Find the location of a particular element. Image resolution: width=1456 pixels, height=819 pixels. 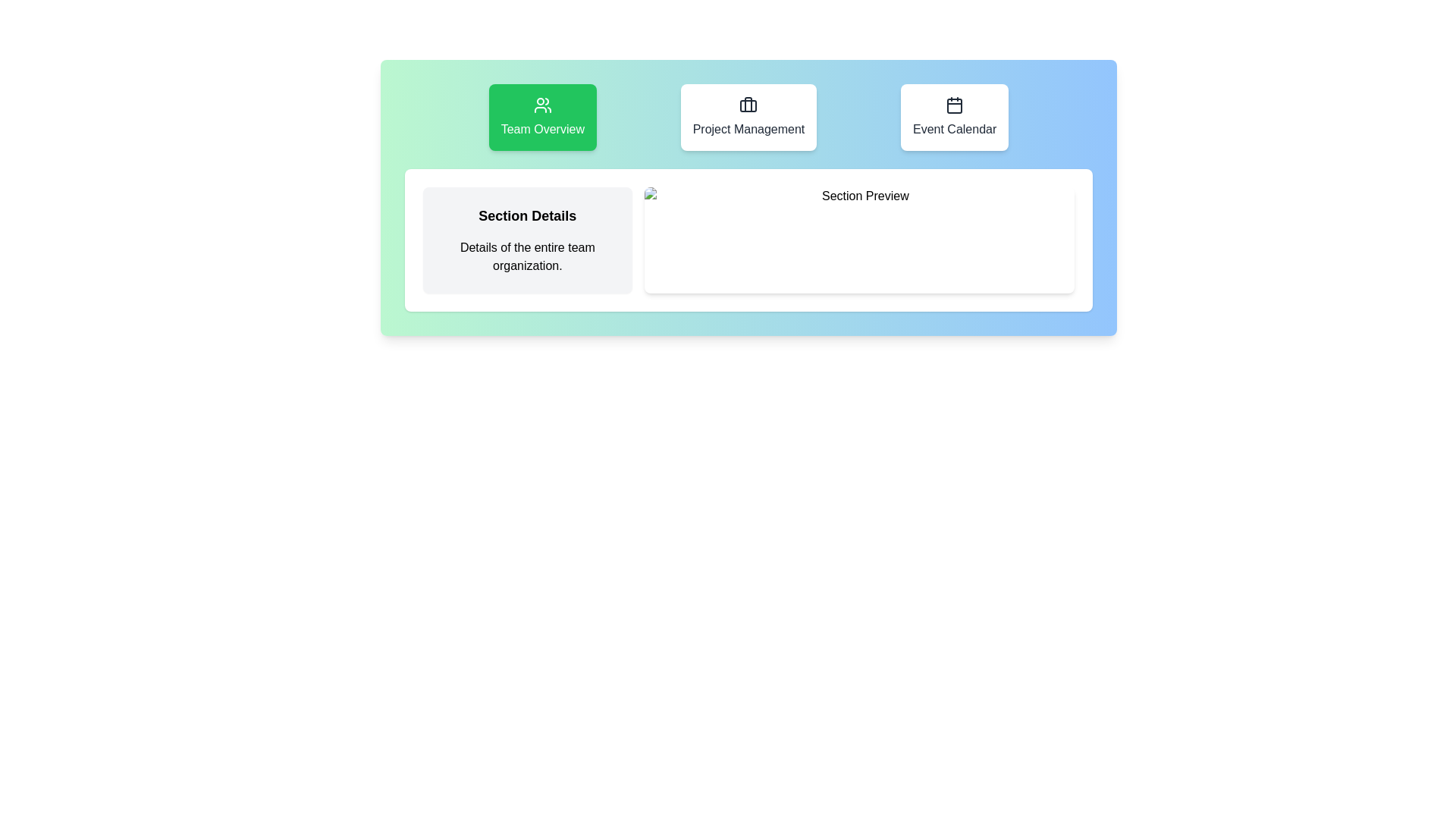

the vertical line within the suitcase icon in the 'Project Management' button is located at coordinates (748, 104).